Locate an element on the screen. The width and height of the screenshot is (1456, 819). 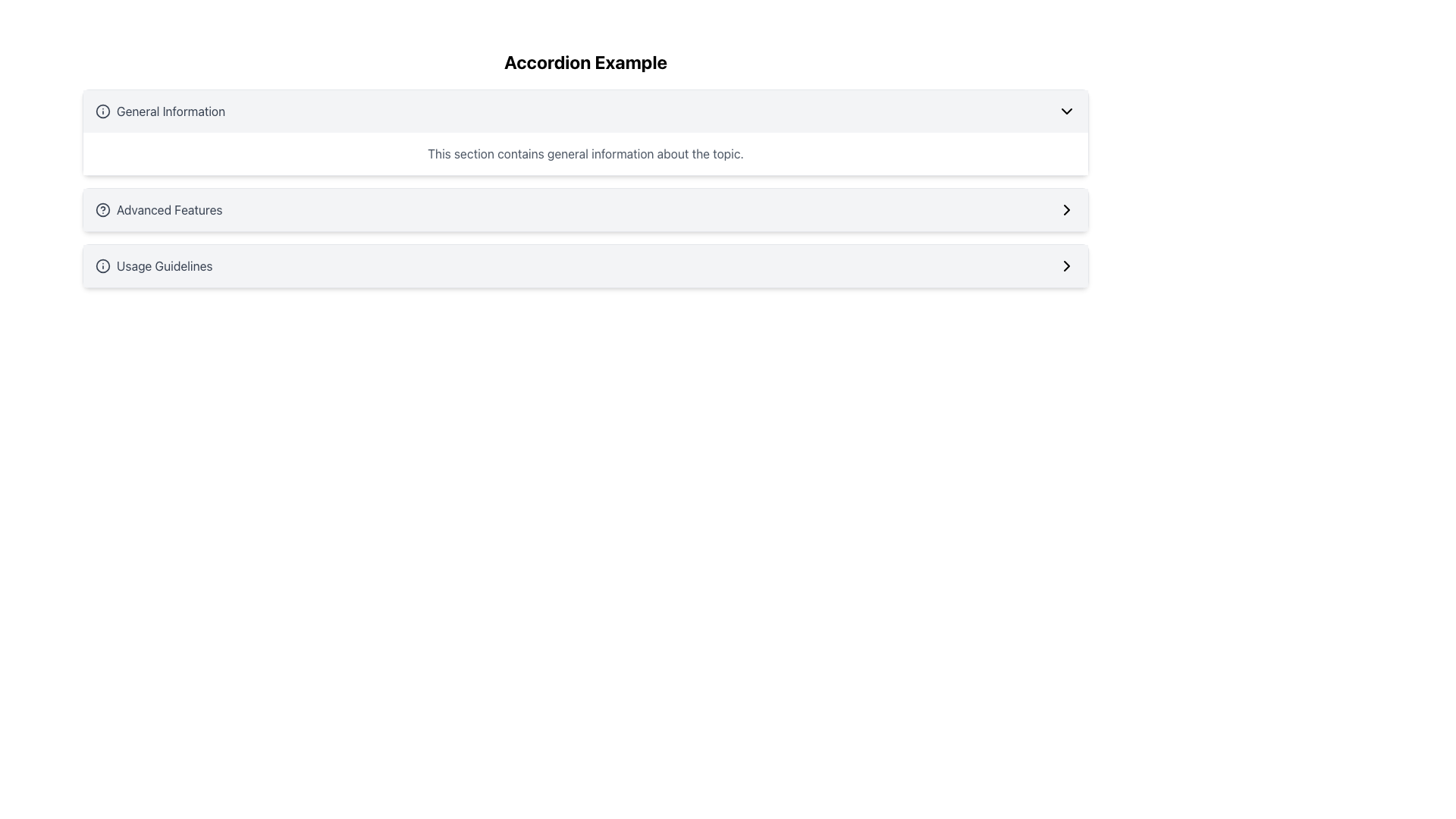
the right-pointing arrow icon button located at the far right end of the 'Usage Guidelines' entry is located at coordinates (1065, 265).